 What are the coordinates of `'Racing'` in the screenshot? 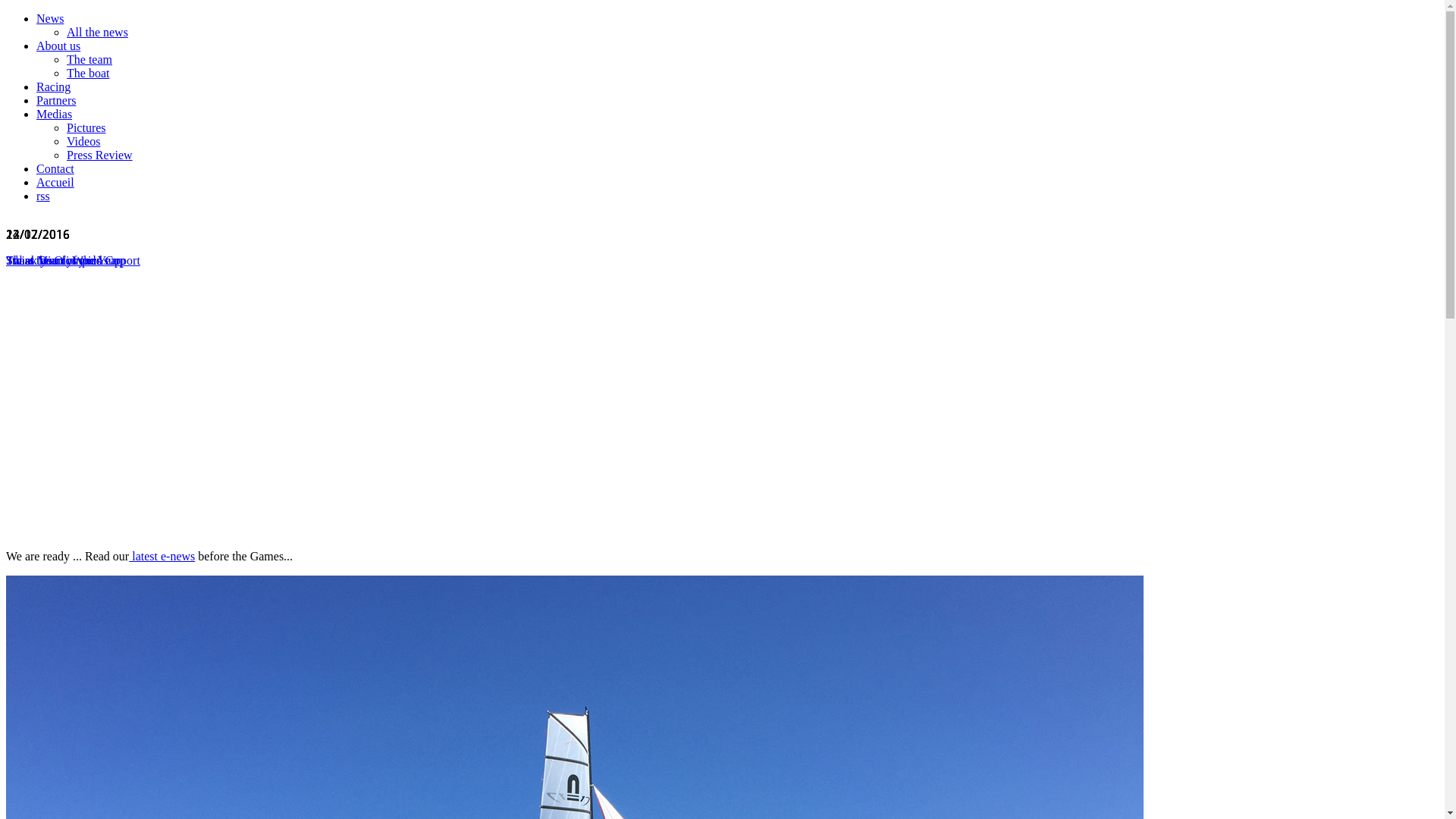 It's located at (53, 86).